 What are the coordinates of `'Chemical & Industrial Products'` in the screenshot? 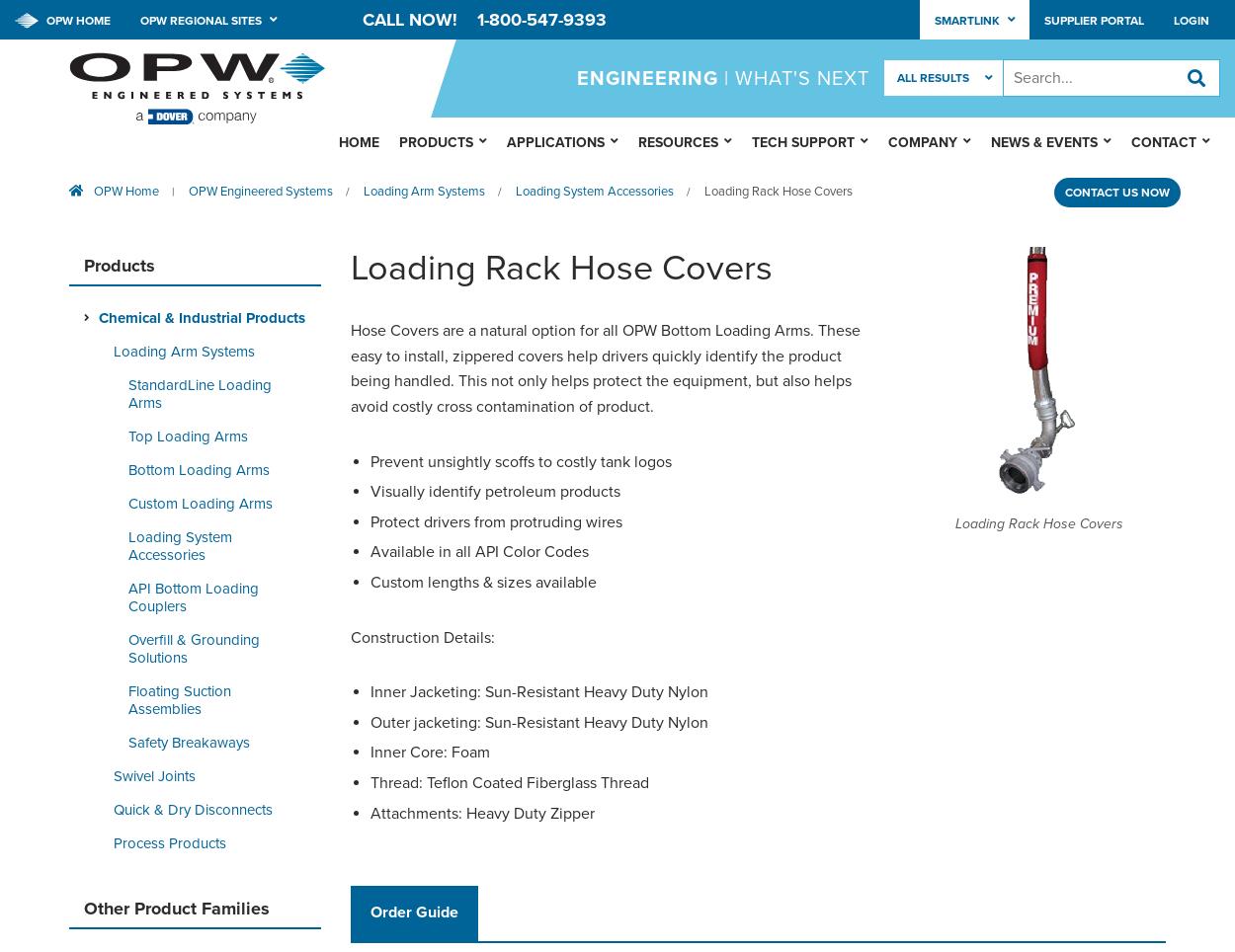 It's located at (201, 317).